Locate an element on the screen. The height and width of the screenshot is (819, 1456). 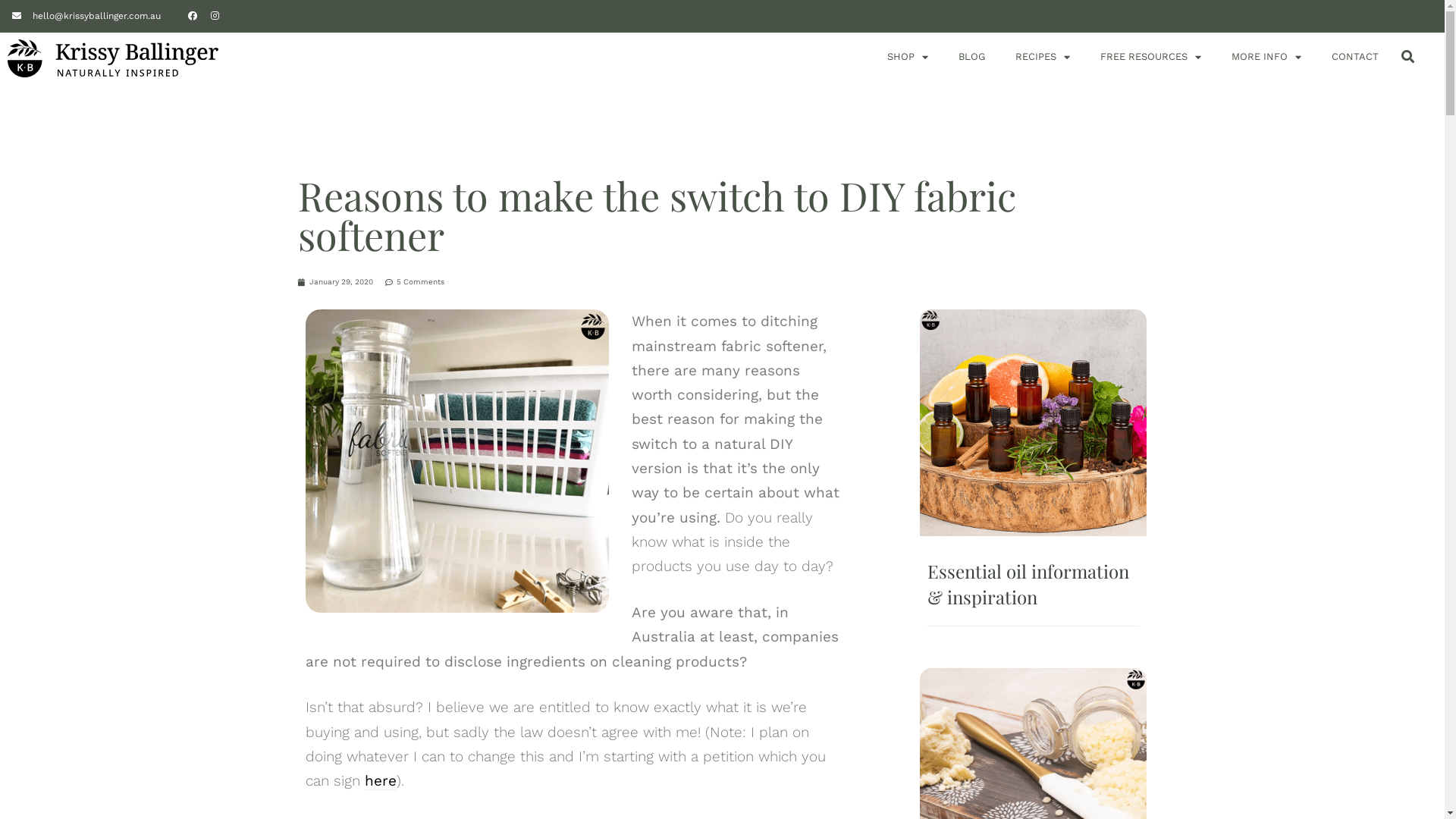
'5 Comments' is located at coordinates (415, 281).